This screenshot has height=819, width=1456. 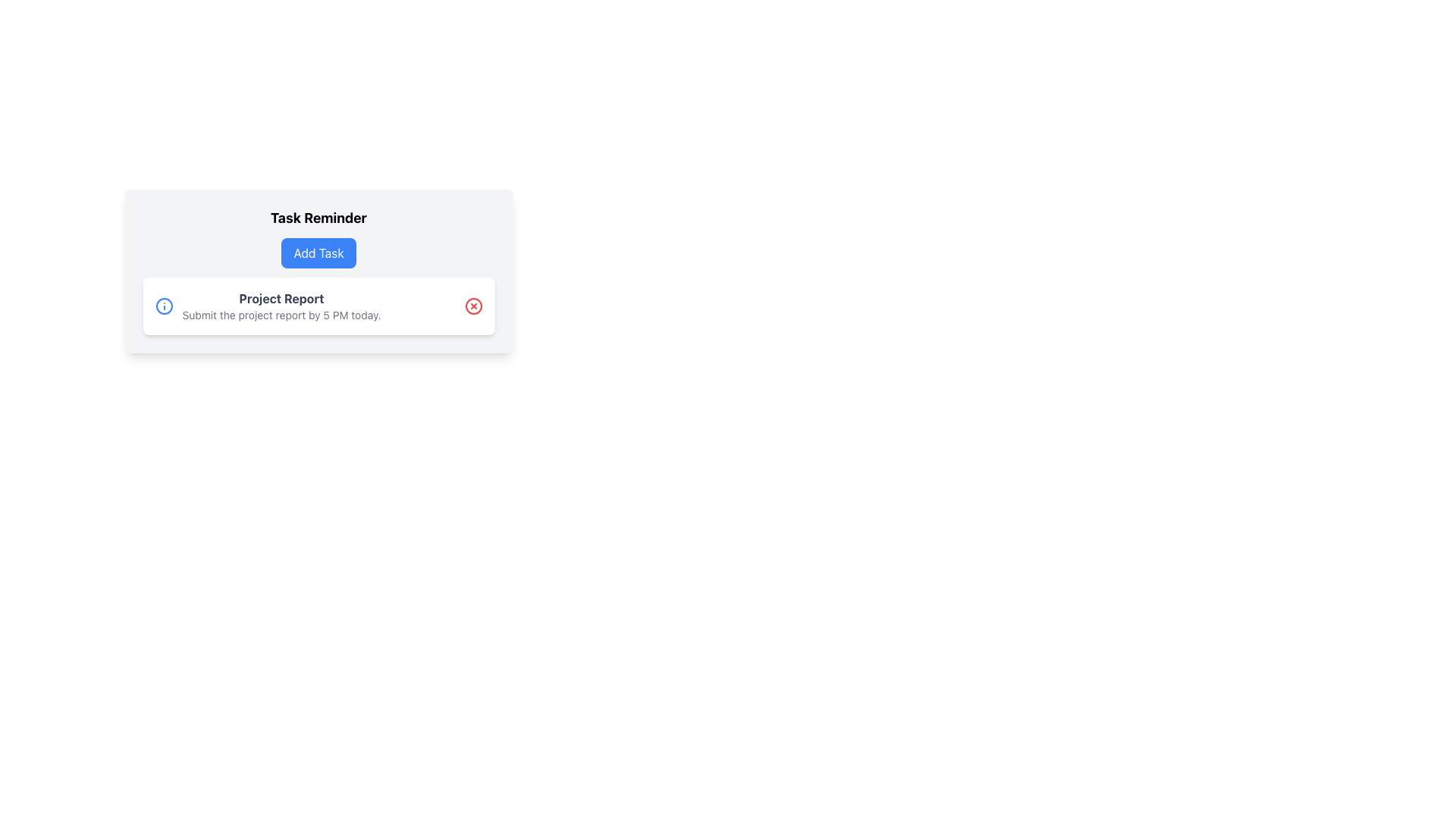 What do you see at coordinates (281, 298) in the screenshot?
I see `the Text Label that serves as a title or heading within the 'Task Reminder' card, which is centered horizontally above the descriptive line starting with 'Submit the project report...'` at bounding box center [281, 298].